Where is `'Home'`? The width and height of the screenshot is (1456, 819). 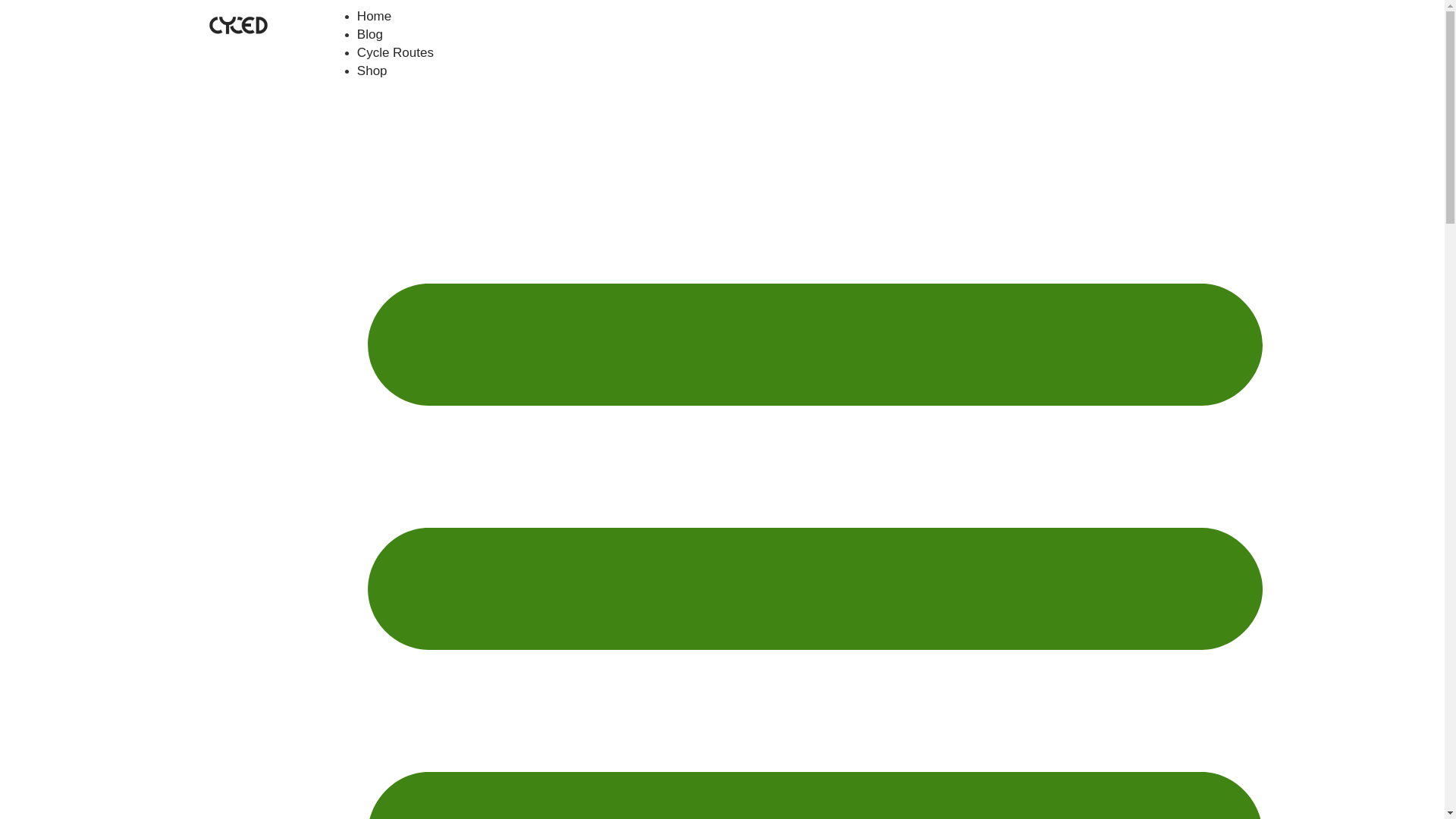 'Home' is located at coordinates (374, 16).